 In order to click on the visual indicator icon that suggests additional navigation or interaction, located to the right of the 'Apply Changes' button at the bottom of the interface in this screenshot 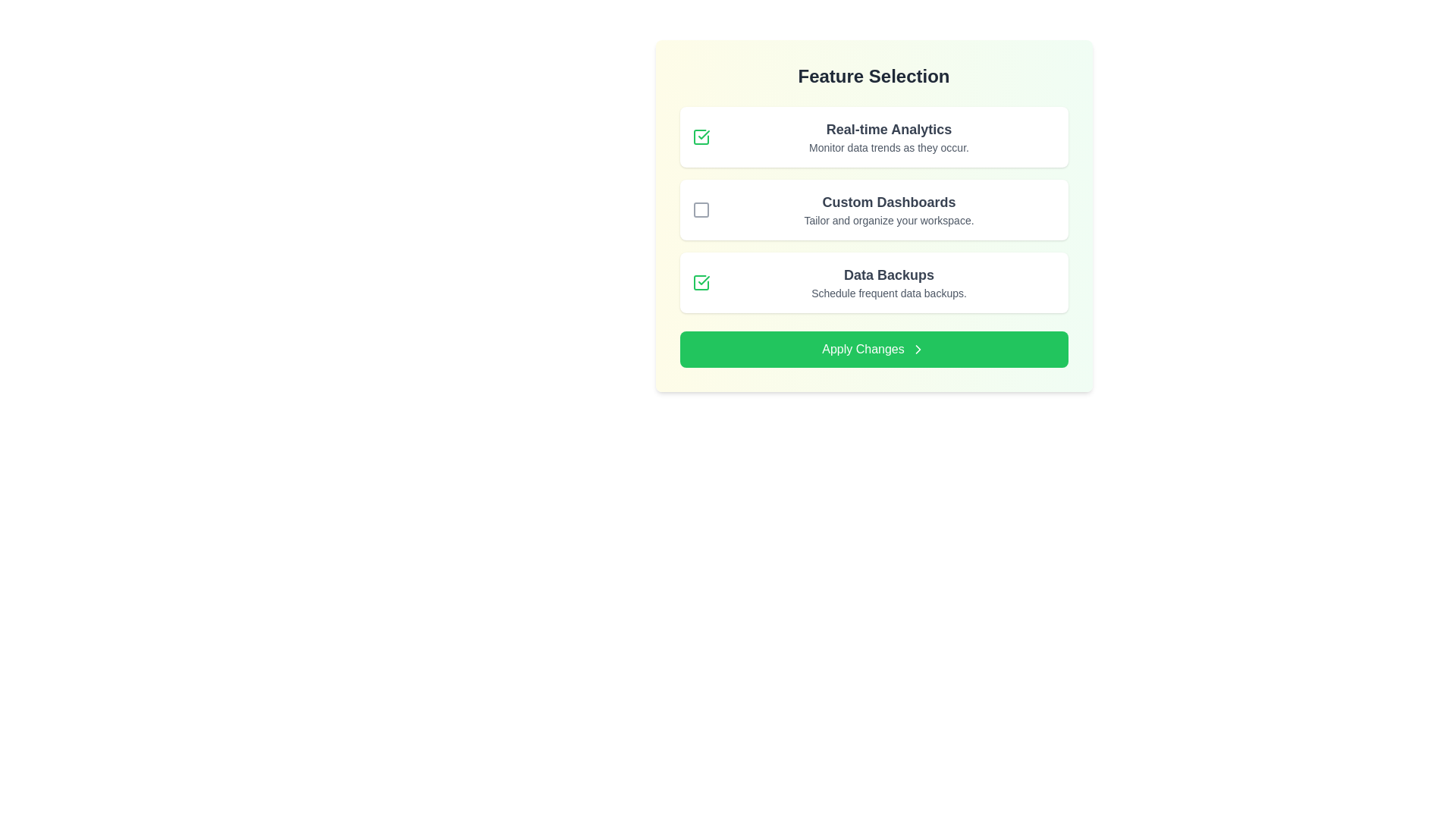, I will do `click(917, 350)`.